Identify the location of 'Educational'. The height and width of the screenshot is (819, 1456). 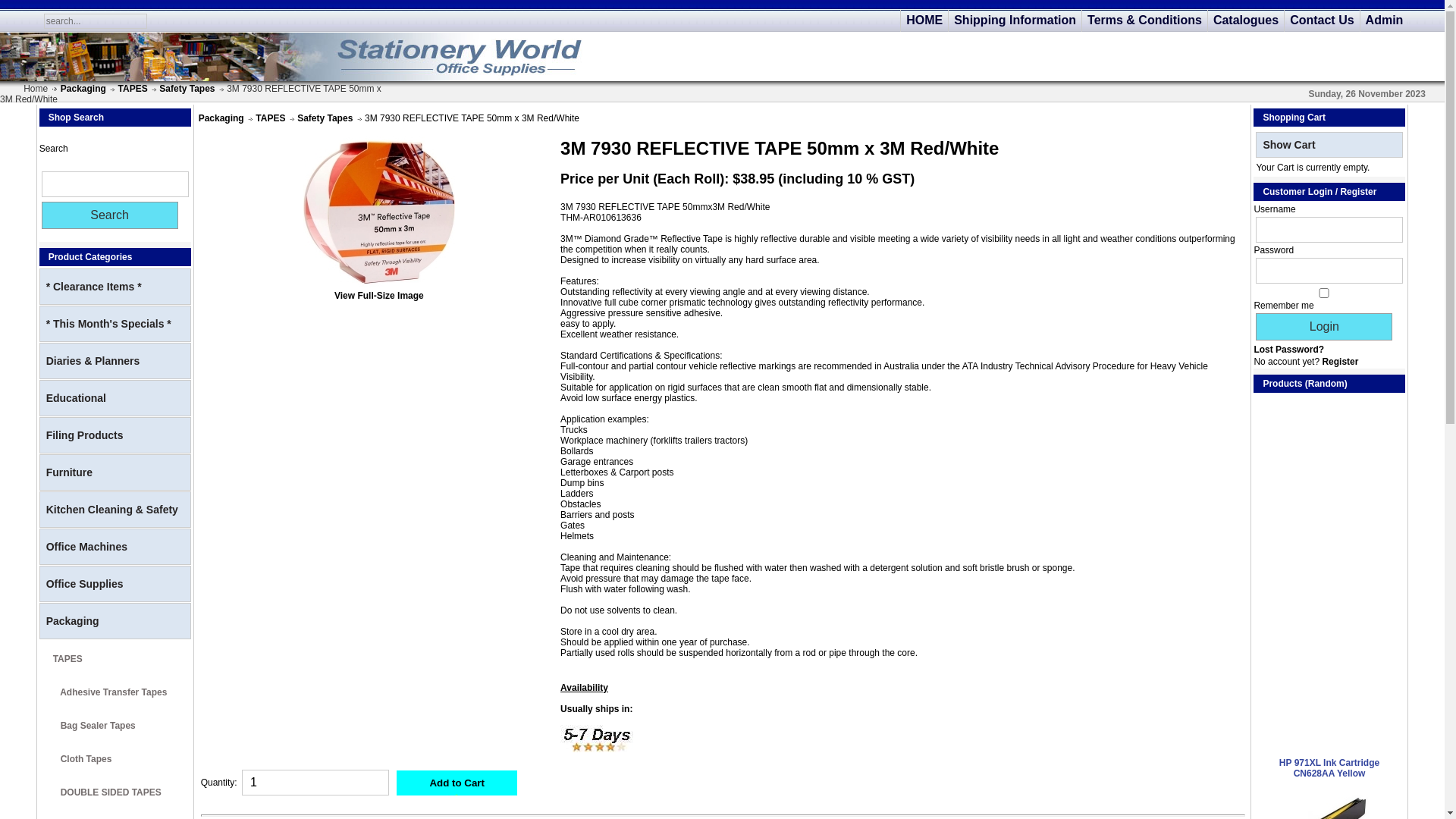
(115, 397).